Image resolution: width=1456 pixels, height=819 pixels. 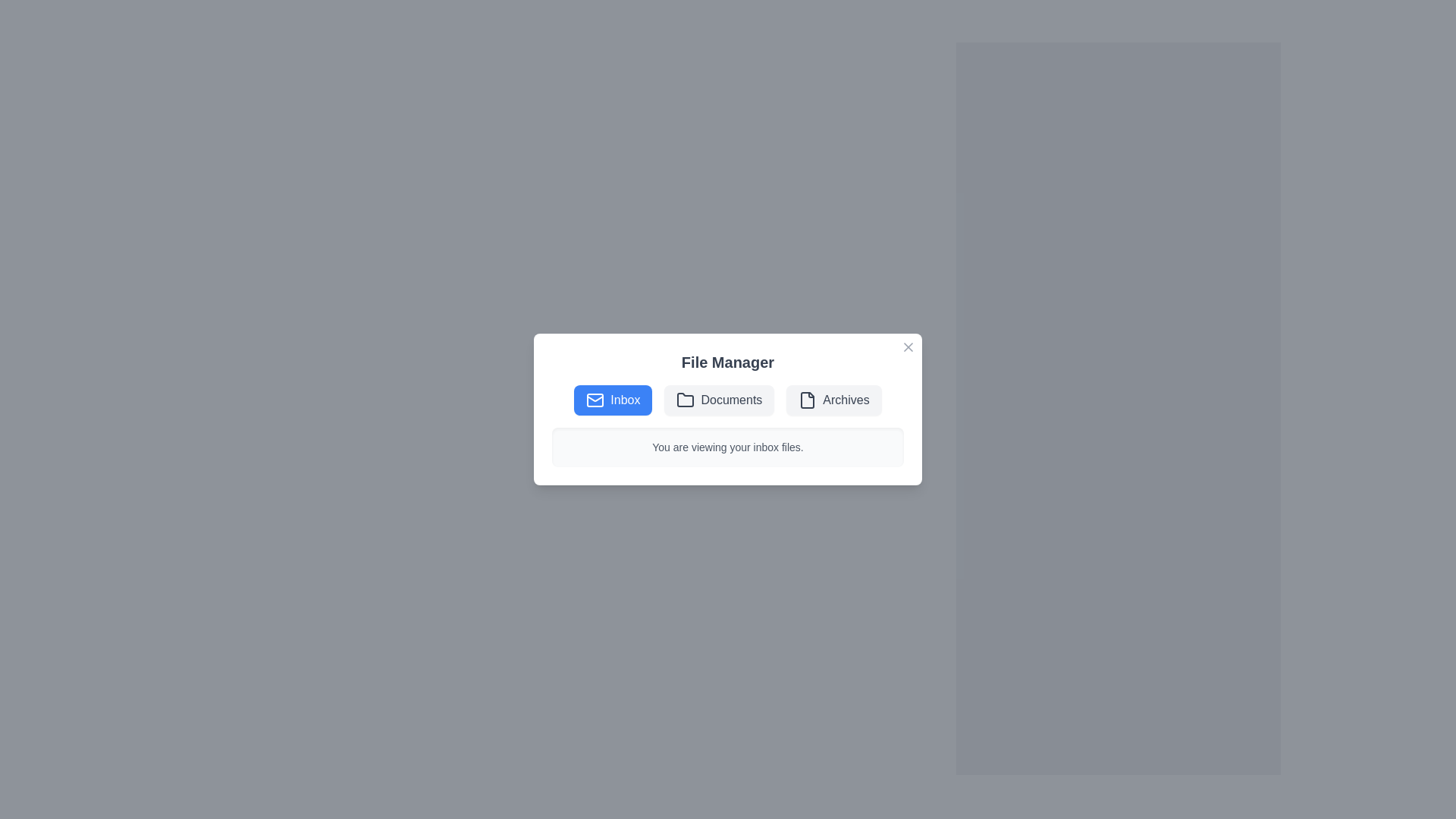 I want to click on the 'Documents' text label within the button, so click(x=731, y=400).